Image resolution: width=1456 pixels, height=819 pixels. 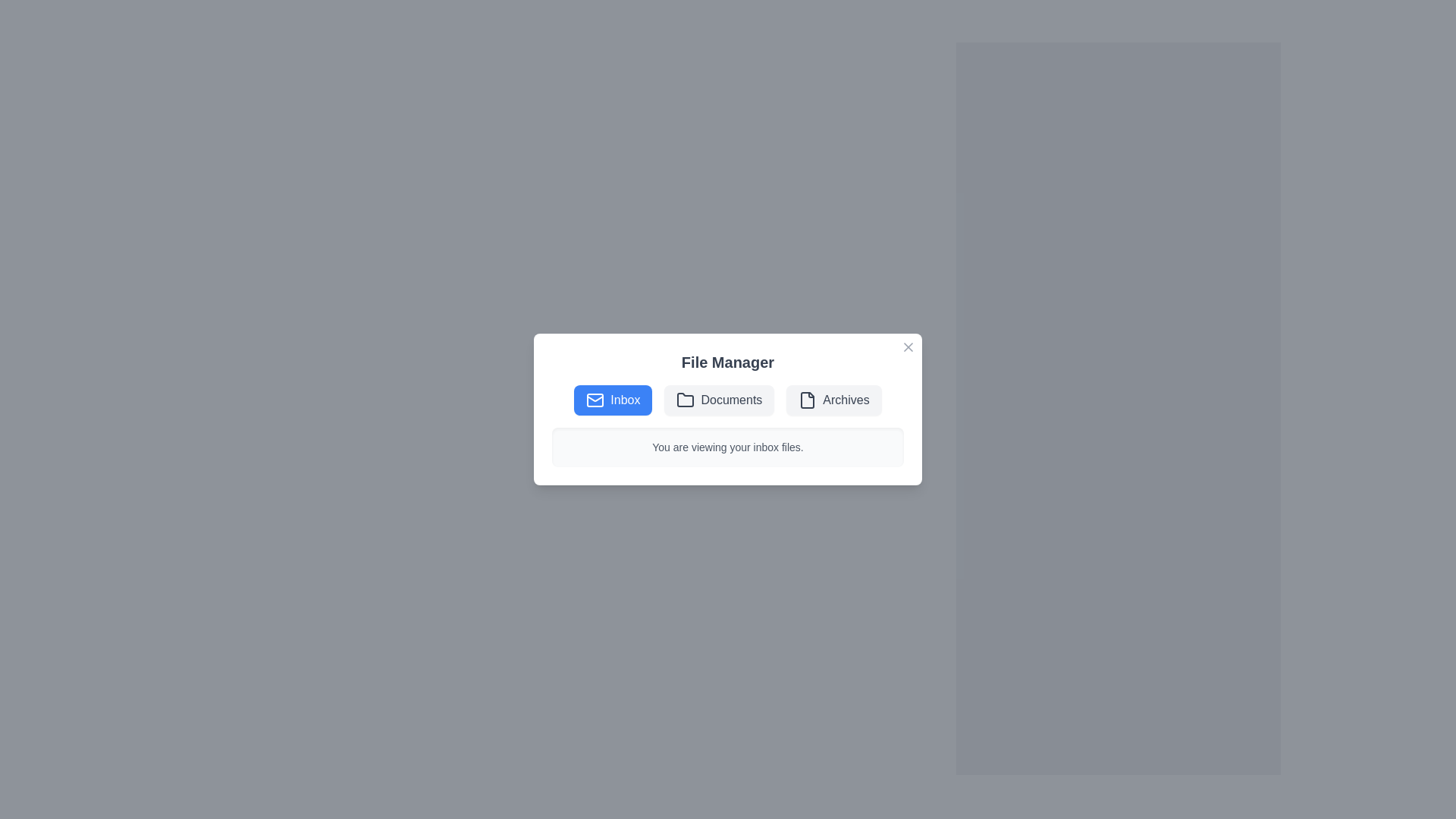 I want to click on the 'Documents' text label within the button, so click(x=731, y=400).